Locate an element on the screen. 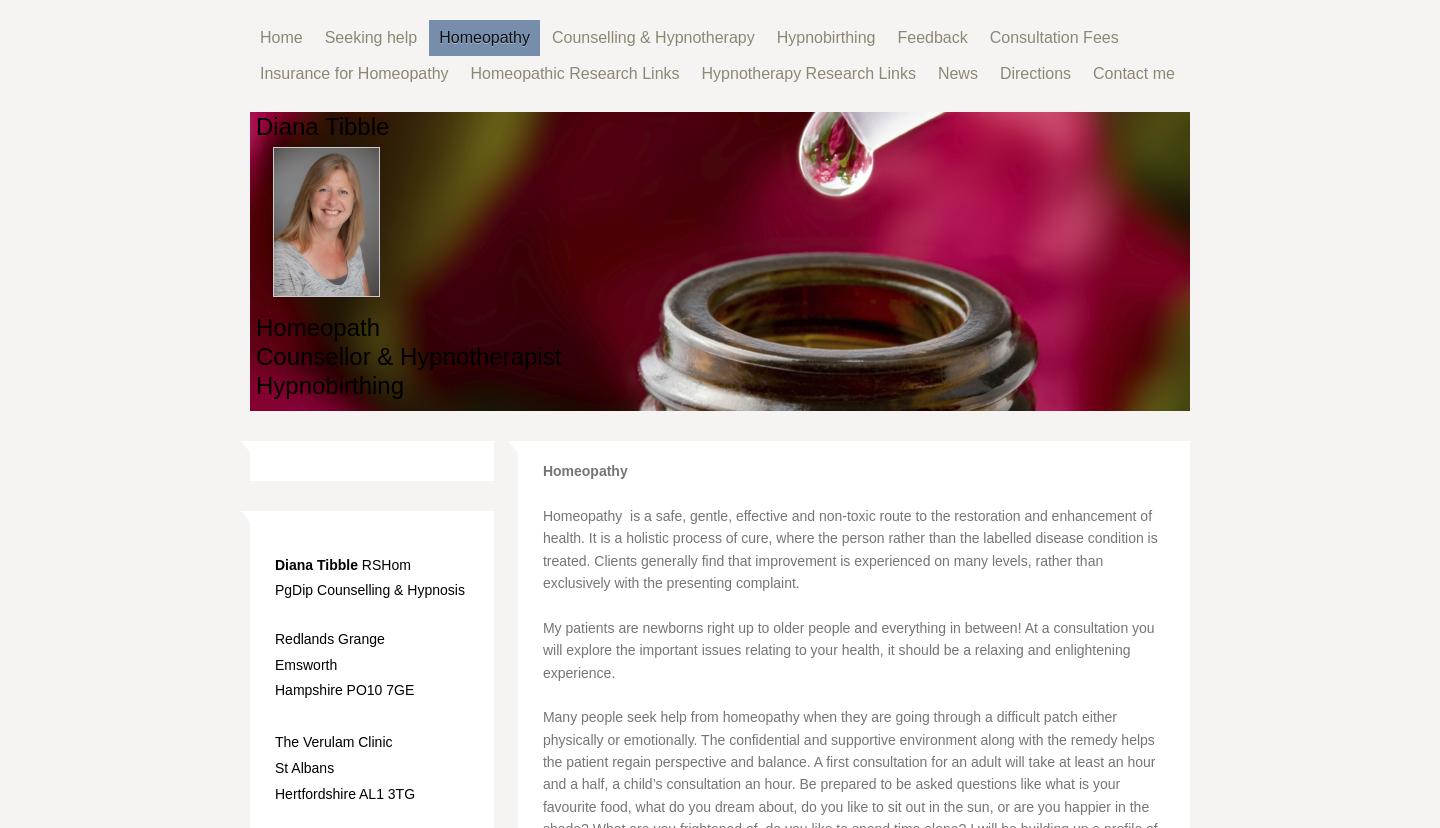 This screenshot has width=1440, height=828. 'PO10 7GE' is located at coordinates (379, 688).